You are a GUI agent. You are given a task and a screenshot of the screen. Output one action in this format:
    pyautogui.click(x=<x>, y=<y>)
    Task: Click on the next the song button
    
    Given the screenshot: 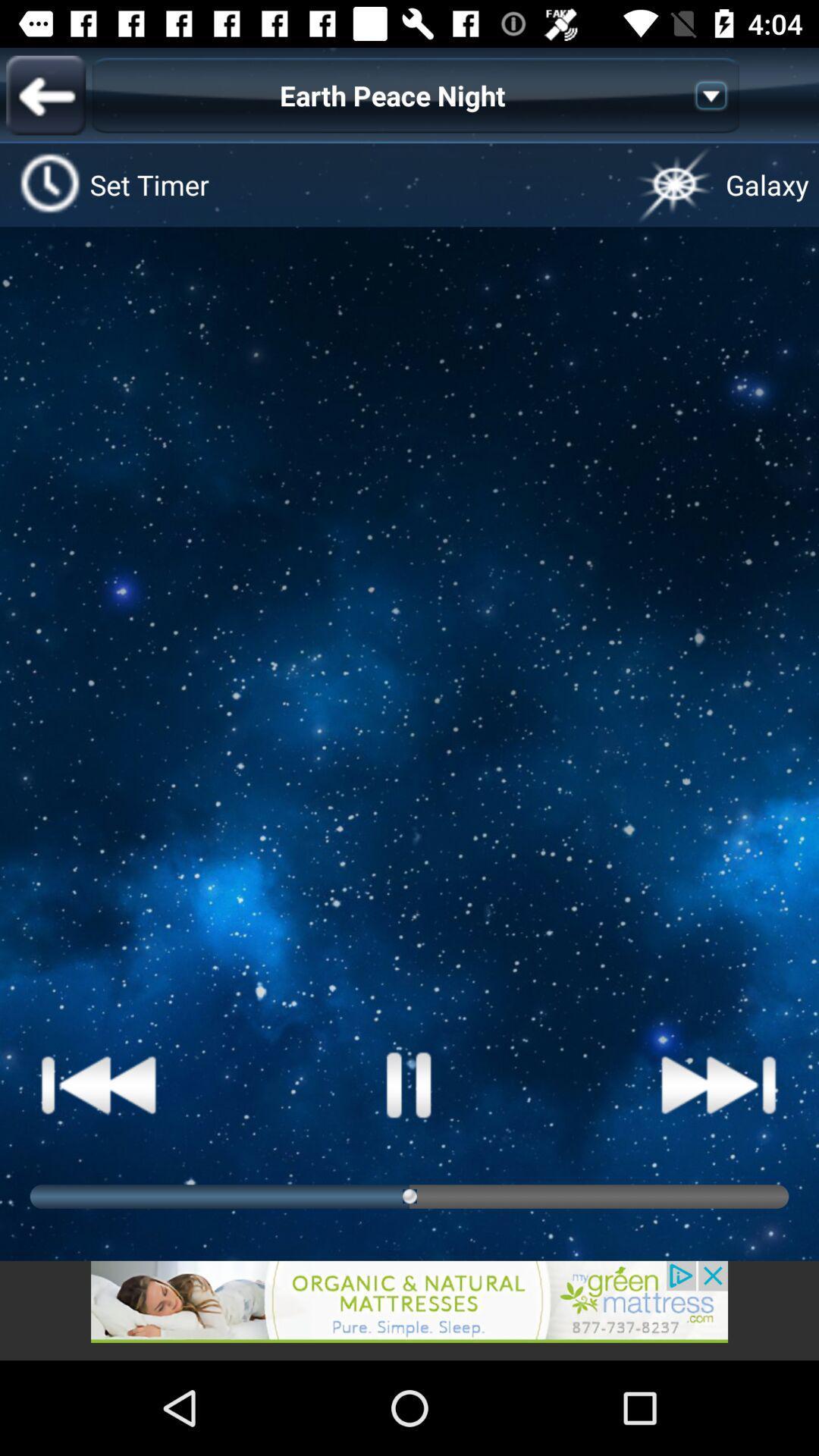 What is the action you would take?
    pyautogui.click(x=99, y=1084)
    